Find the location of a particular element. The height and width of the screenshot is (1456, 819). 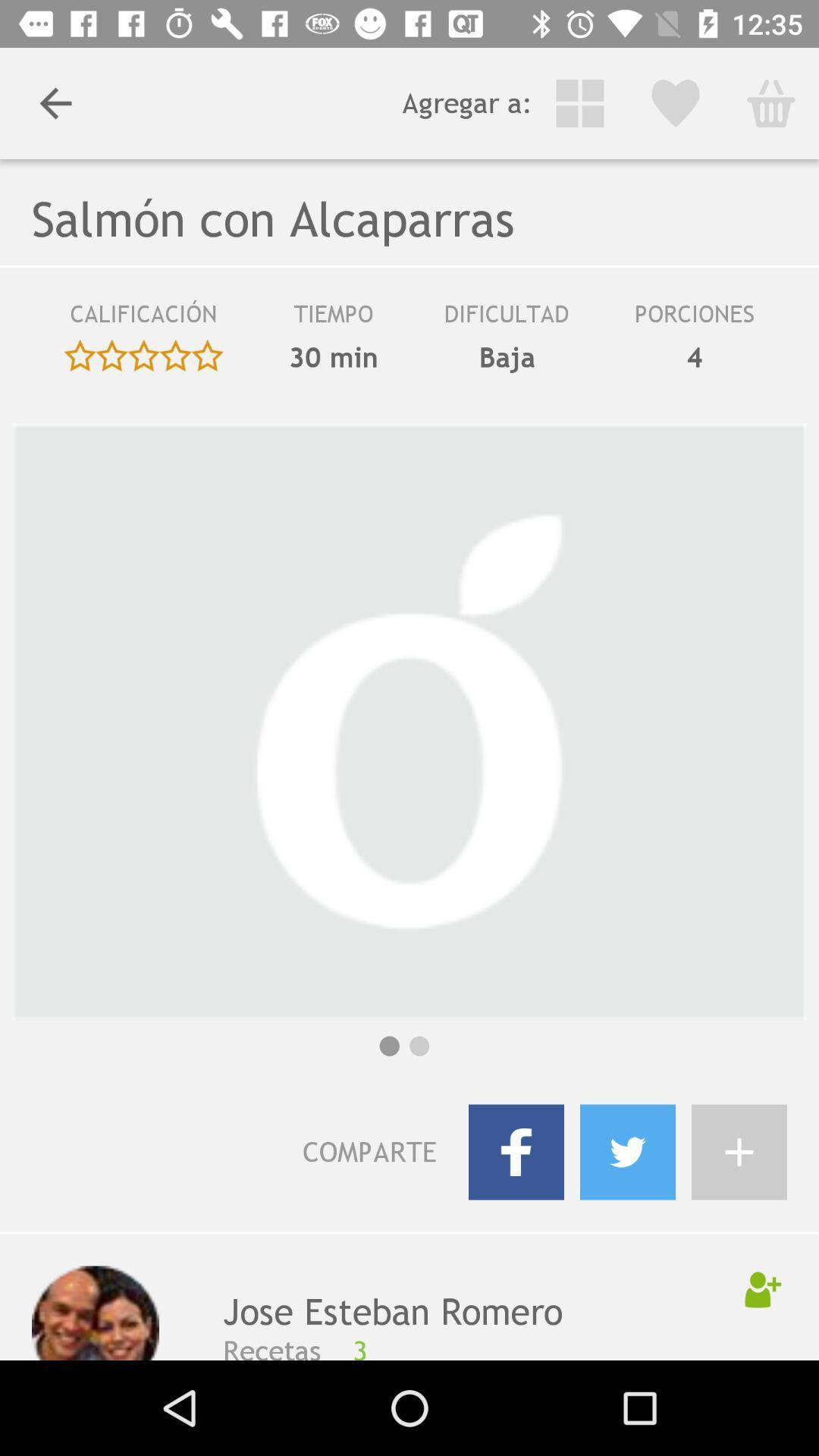

tweeter icon is located at coordinates (628, 1152).